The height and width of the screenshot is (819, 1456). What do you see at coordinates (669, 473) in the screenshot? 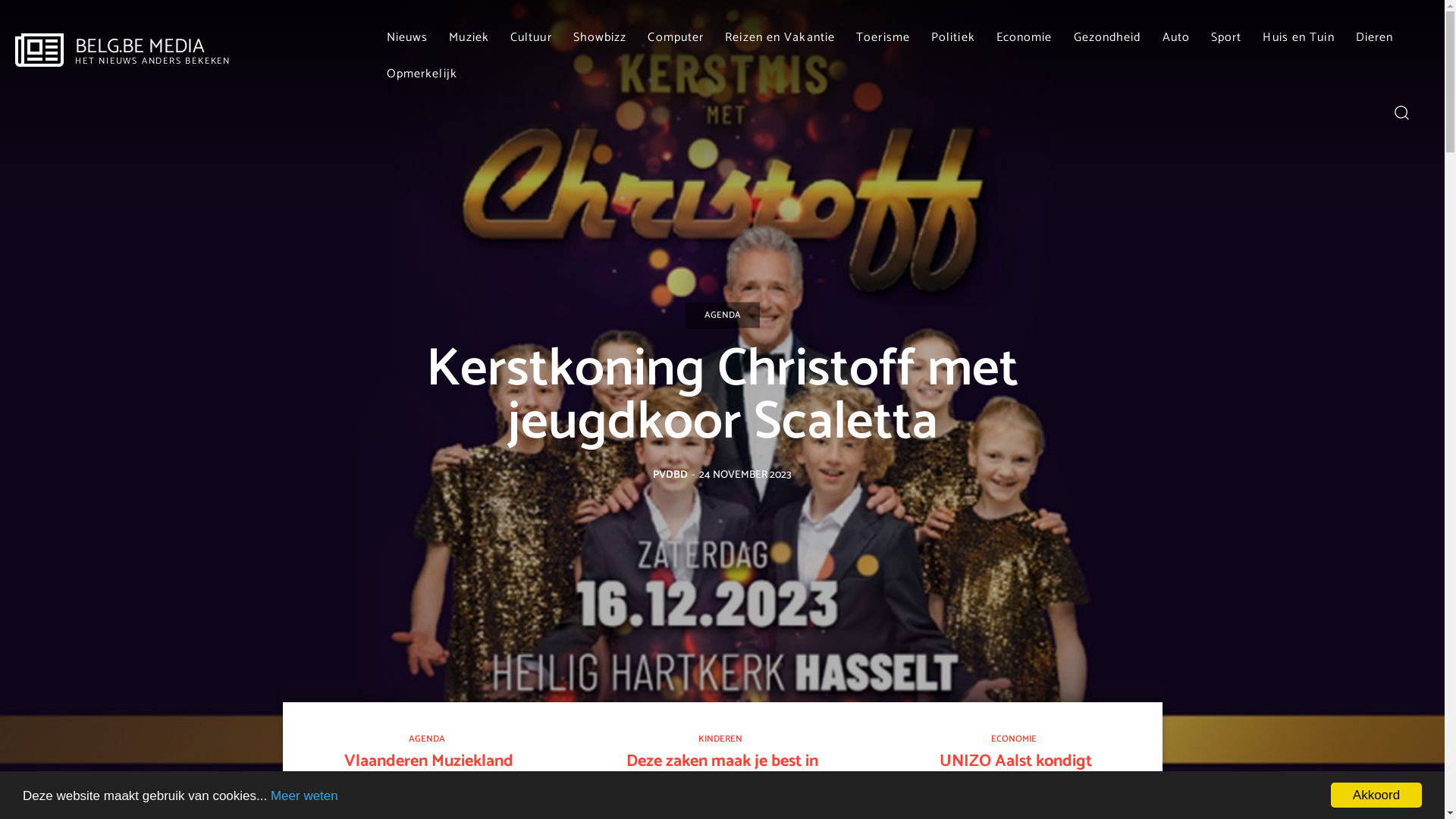
I see `'PVDBD'` at bounding box center [669, 473].